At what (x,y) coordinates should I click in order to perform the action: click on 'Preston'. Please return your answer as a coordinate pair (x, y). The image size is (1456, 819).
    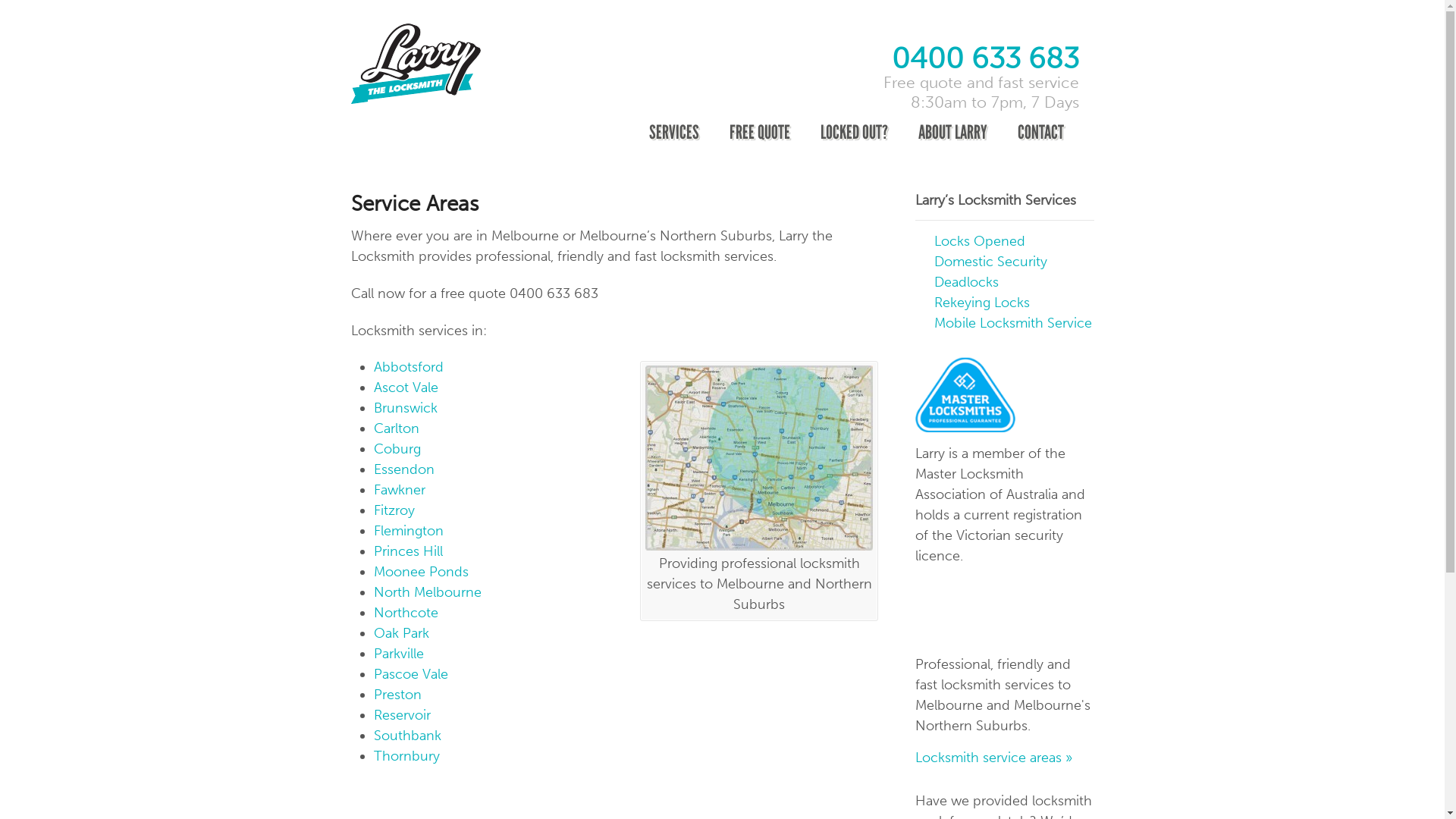
    Looking at the image, I should click on (372, 694).